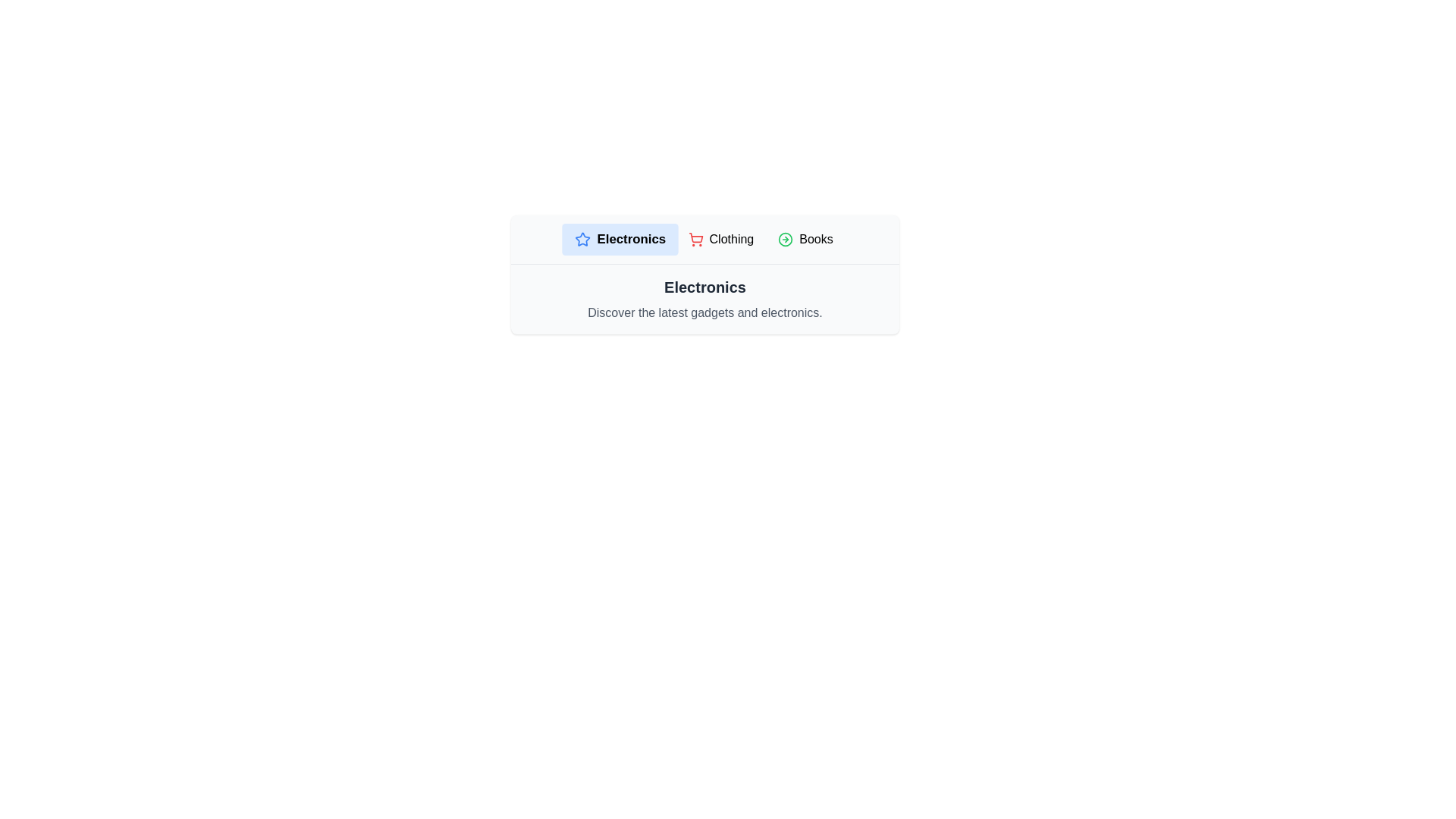 The height and width of the screenshot is (819, 1456). Describe the element at coordinates (582, 239) in the screenshot. I see `the icon for the Electronics category to observe its visual representation` at that location.